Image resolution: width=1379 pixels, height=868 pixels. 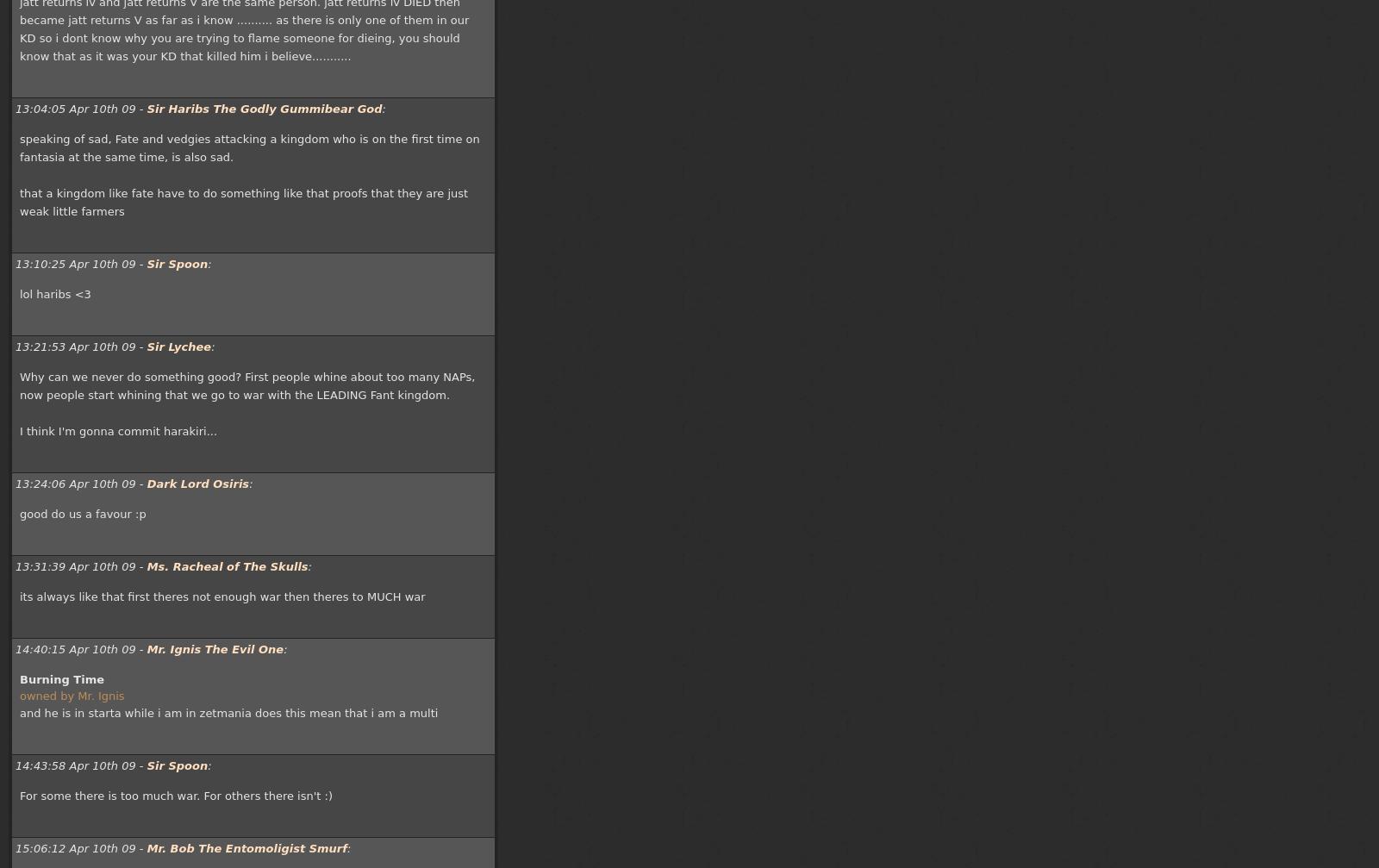 What do you see at coordinates (227, 565) in the screenshot?
I see `'Ms. Racheal of The Skulls'` at bounding box center [227, 565].